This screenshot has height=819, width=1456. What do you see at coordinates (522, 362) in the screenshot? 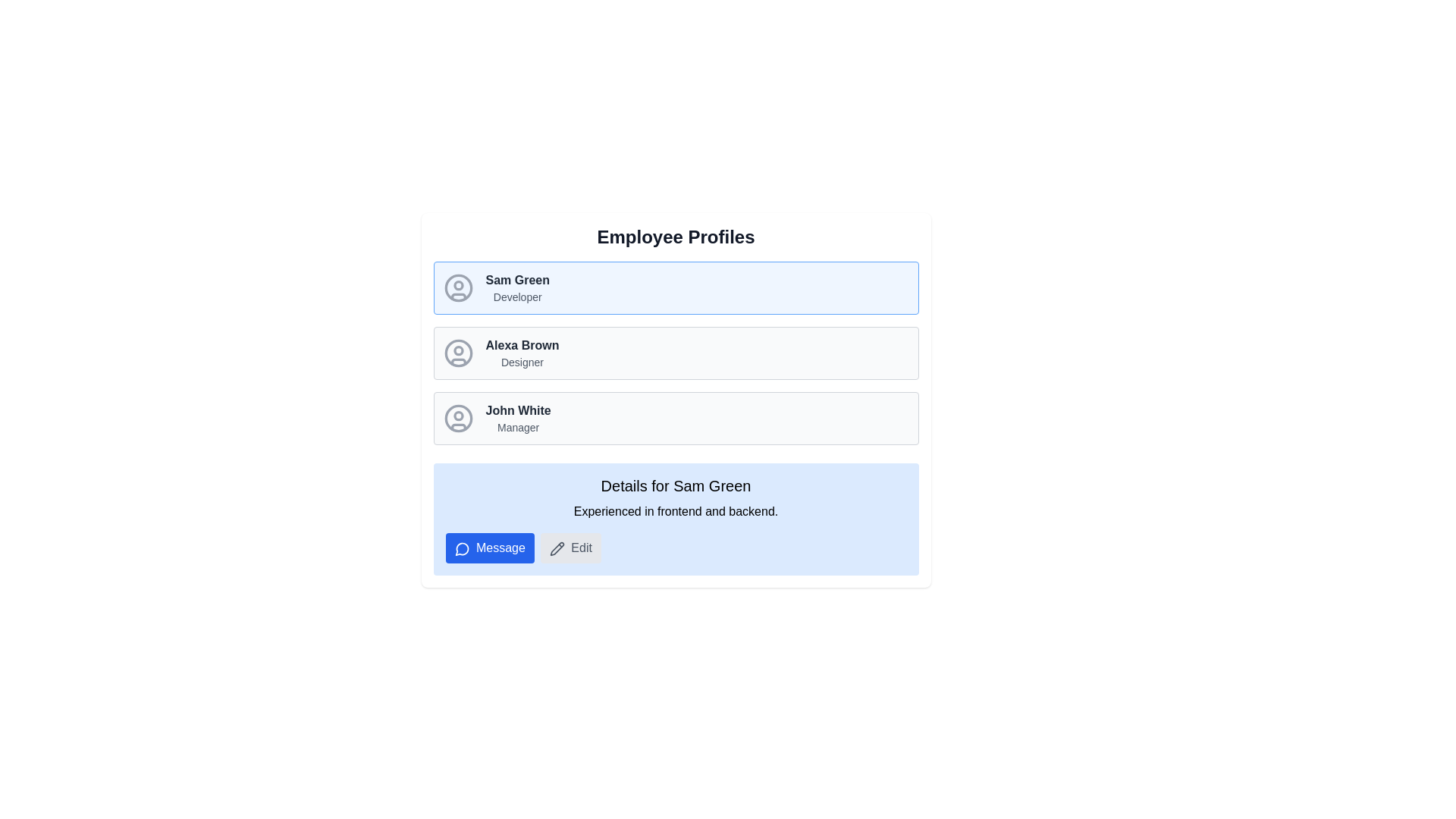
I see `the Text label indicating the role of 'Alexa Brown' as a Designer, which is located below and aligned to the left of 'Alexa Brown' in the second profile card` at bounding box center [522, 362].